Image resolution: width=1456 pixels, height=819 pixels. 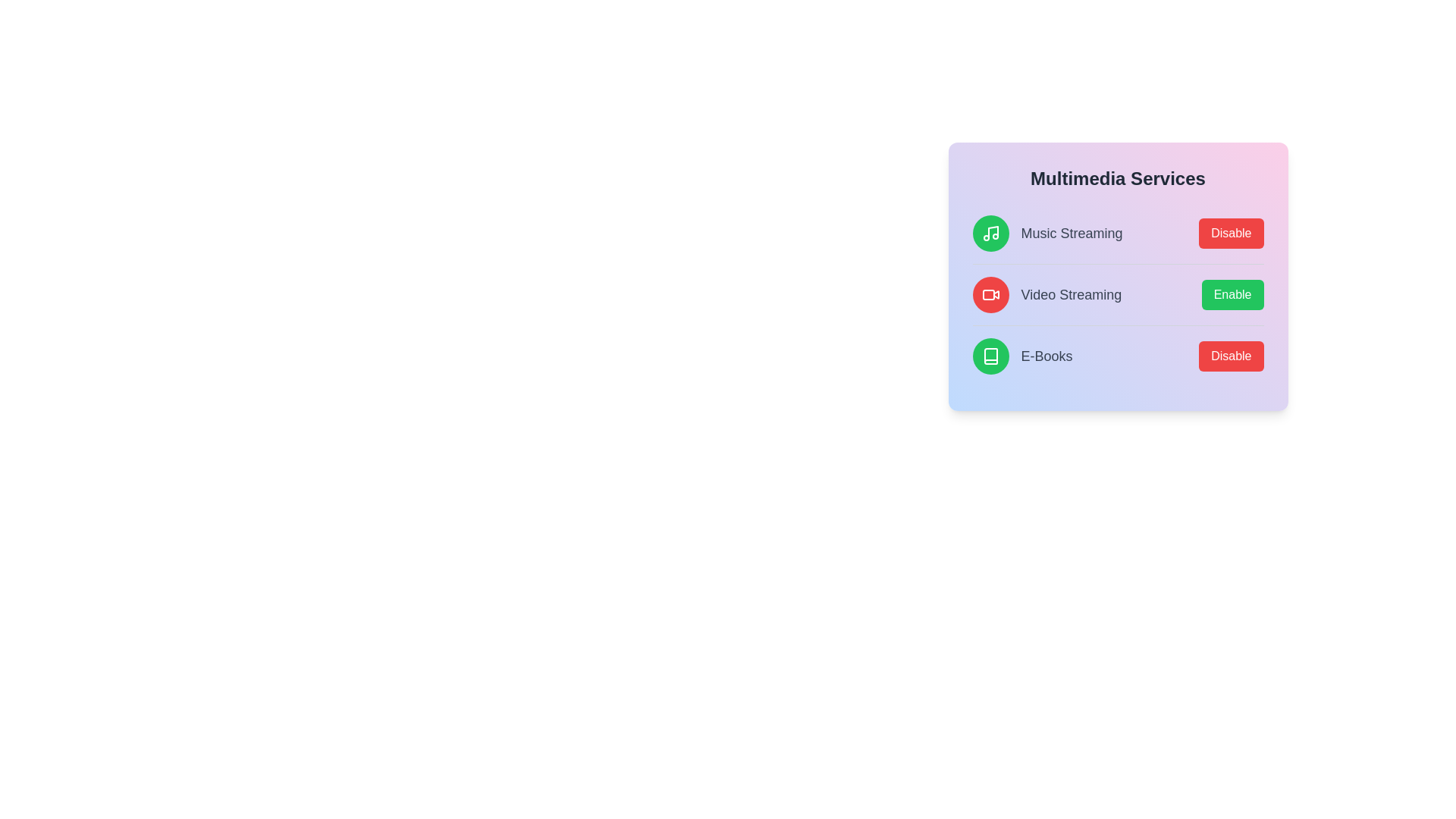 What do you see at coordinates (1231, 234) in the screenshot?
I see `the service identified by music` at bounding box center [1231, 234].